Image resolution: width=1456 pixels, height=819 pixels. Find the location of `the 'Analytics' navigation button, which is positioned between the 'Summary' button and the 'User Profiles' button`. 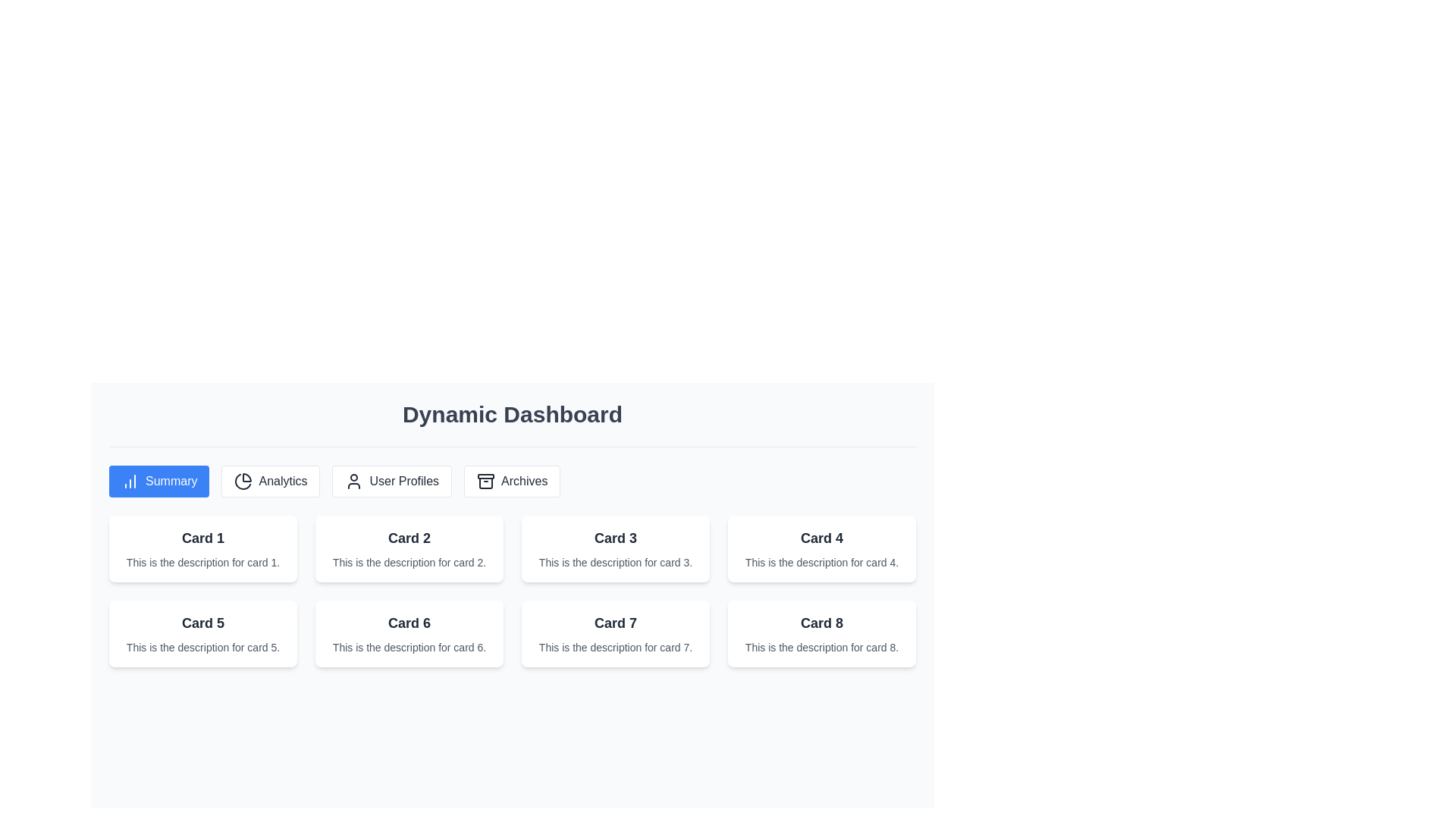

the 'Analytics' navigation button, which is positioned between the 'Summary' button and the 'User Profiles' button is located at coordinates (271, 482).